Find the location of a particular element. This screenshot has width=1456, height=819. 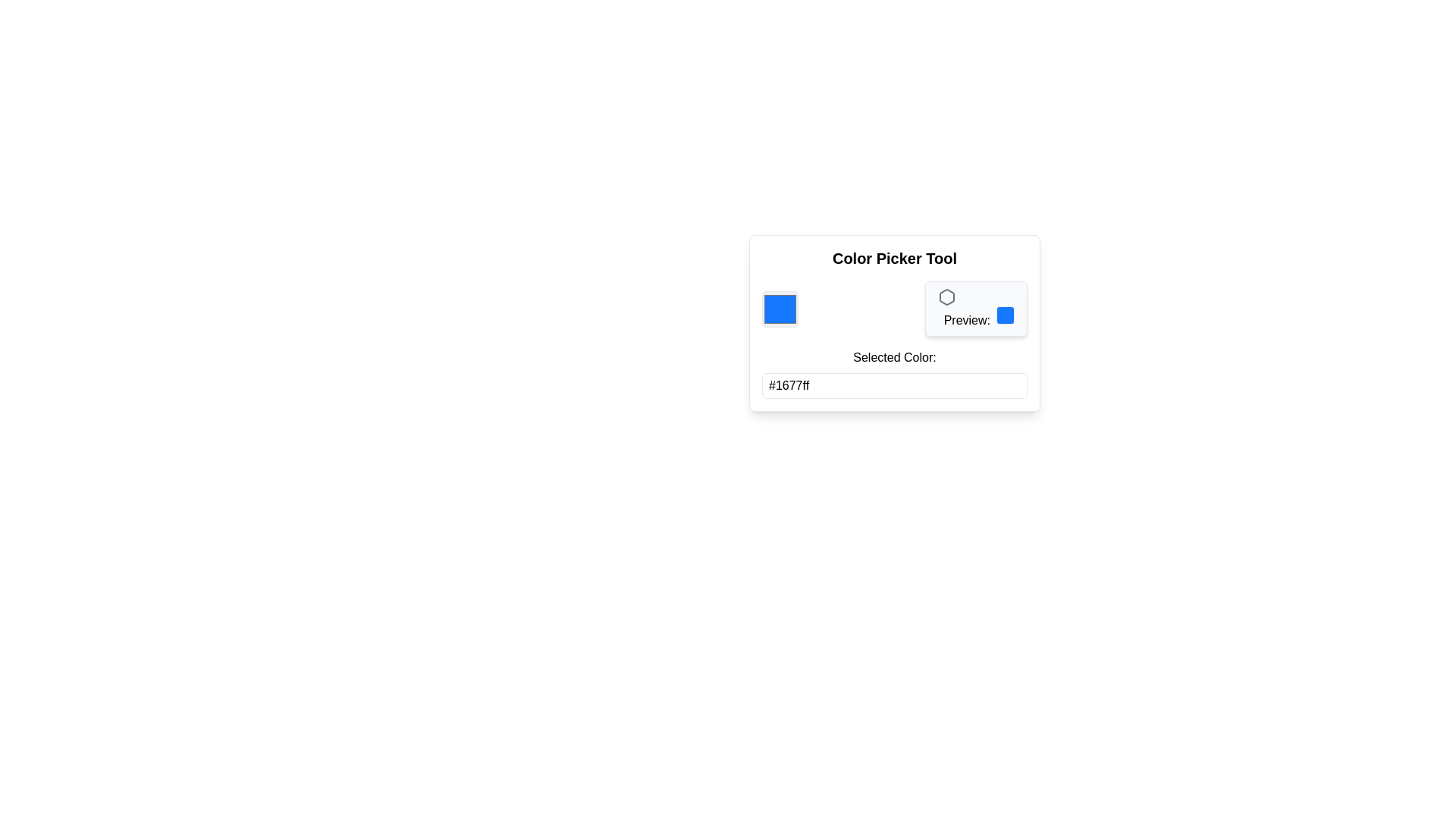

the hexagonal icon located in the 'Preview' section, adjacent to a blue color swatch is located at coordinates (946, 297).